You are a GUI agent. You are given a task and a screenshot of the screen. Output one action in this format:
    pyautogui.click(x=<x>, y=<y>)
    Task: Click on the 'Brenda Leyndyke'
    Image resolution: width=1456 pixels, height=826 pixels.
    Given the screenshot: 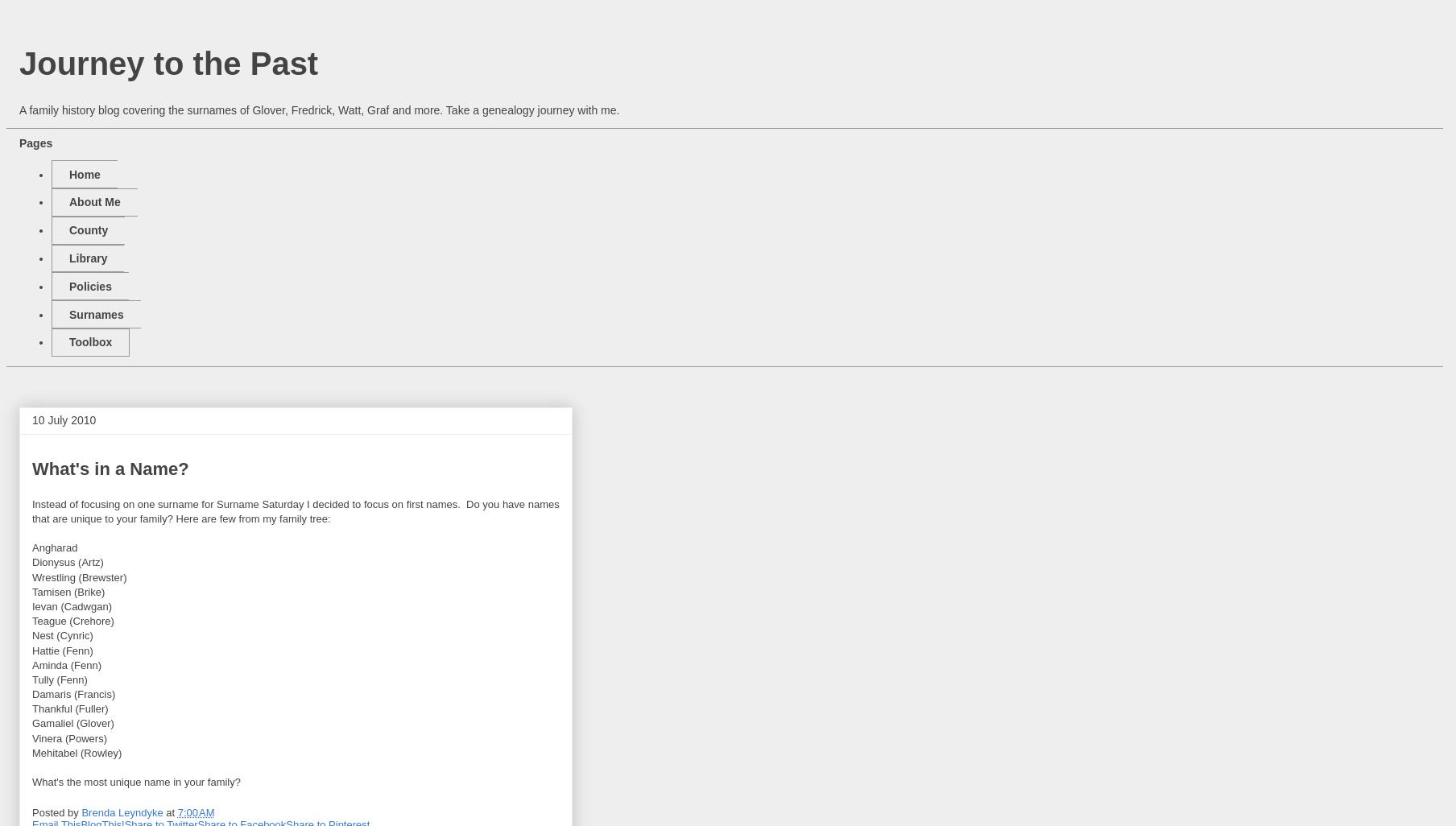 What is the action you would take?
    pyautogui.click(x=122, y=811)
    